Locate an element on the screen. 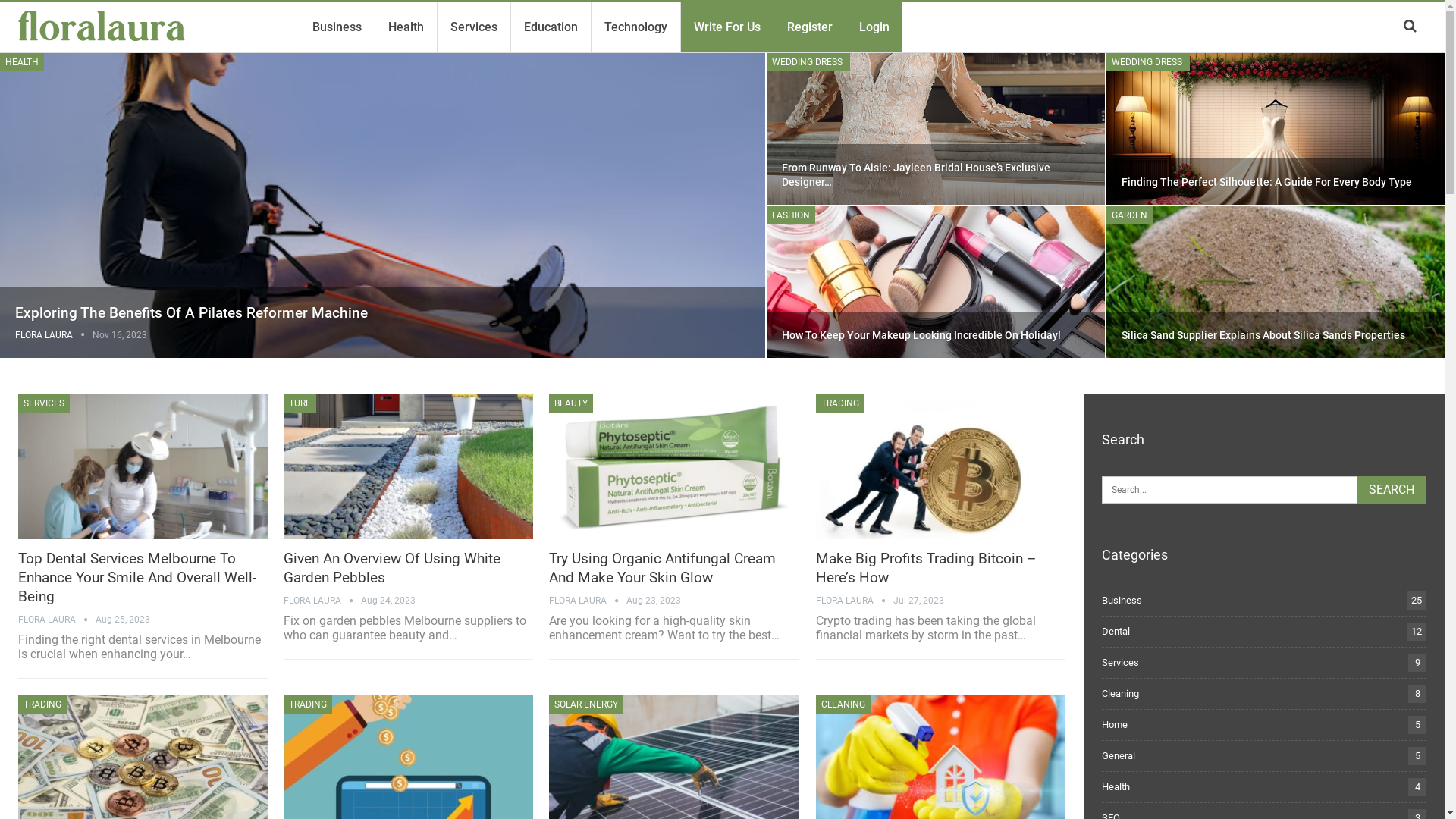 The width and height of the screenshot is (1456, 819). 'WEDDING DRESS ' is located at coordinates (1147, 61).